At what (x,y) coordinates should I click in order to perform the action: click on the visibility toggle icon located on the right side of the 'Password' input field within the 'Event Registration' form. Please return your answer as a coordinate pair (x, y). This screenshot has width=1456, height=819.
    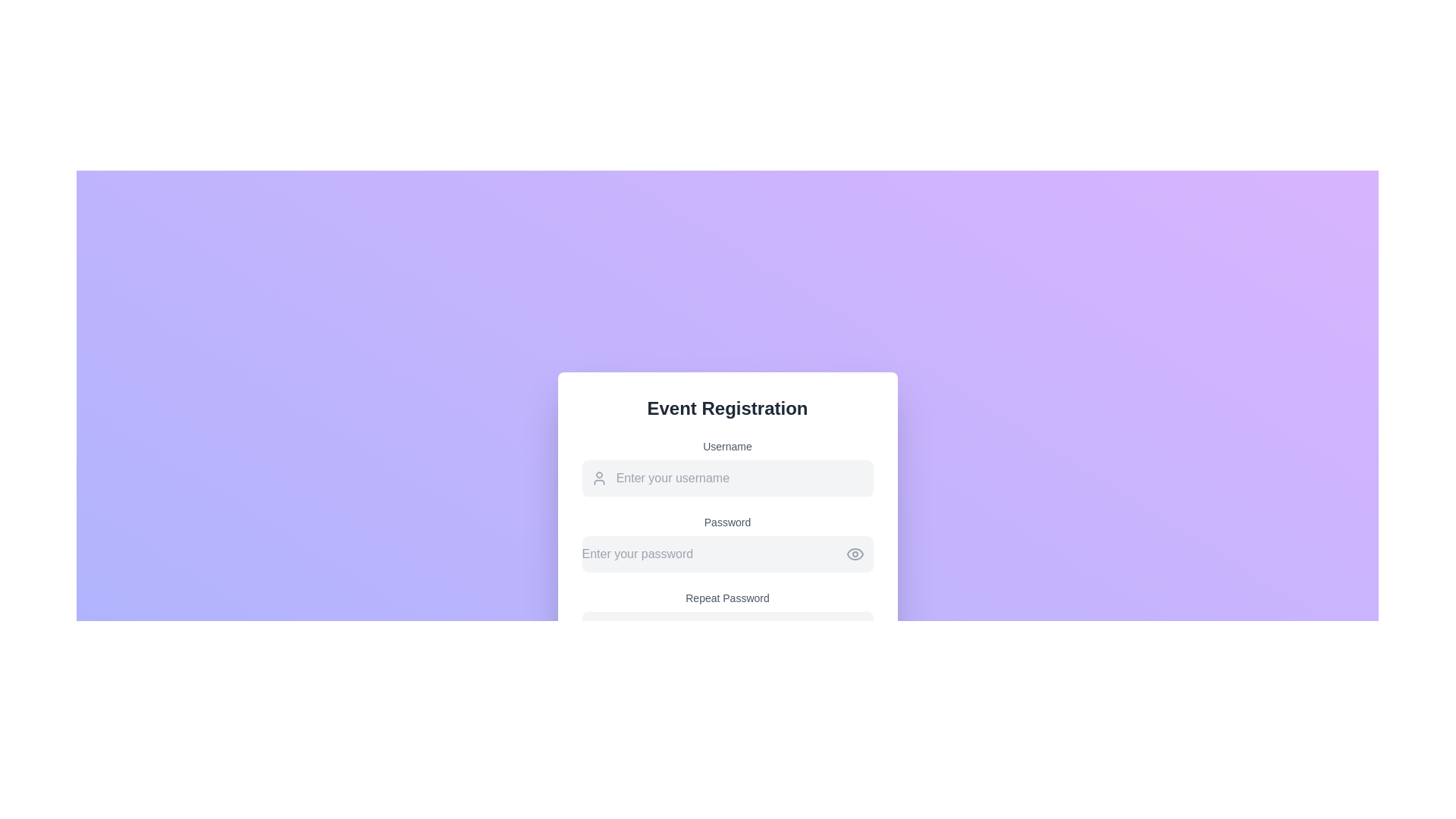
    Looking at the image, I should click on (855, 554).